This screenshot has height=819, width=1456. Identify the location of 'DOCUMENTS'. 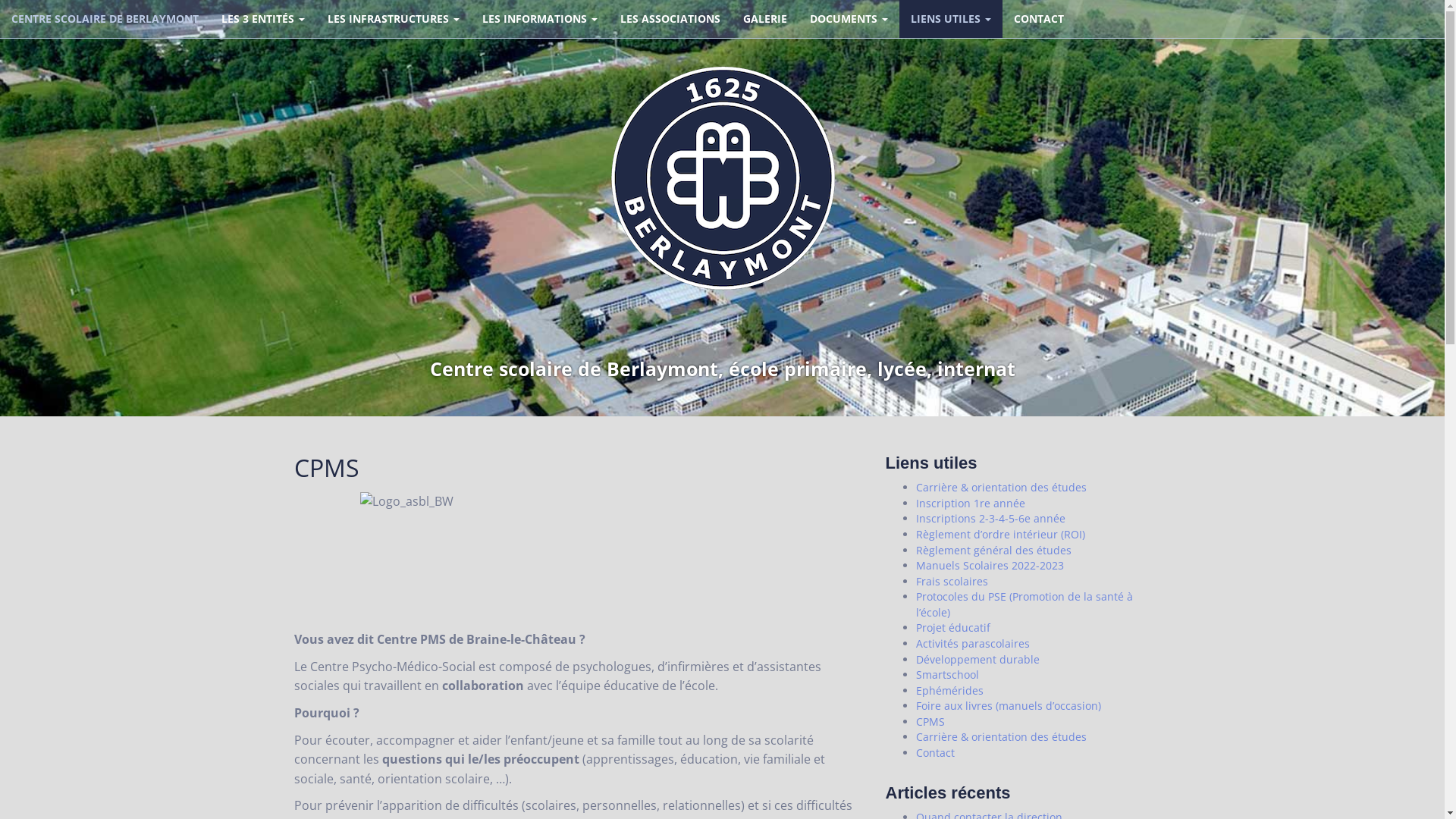
(797, 18).